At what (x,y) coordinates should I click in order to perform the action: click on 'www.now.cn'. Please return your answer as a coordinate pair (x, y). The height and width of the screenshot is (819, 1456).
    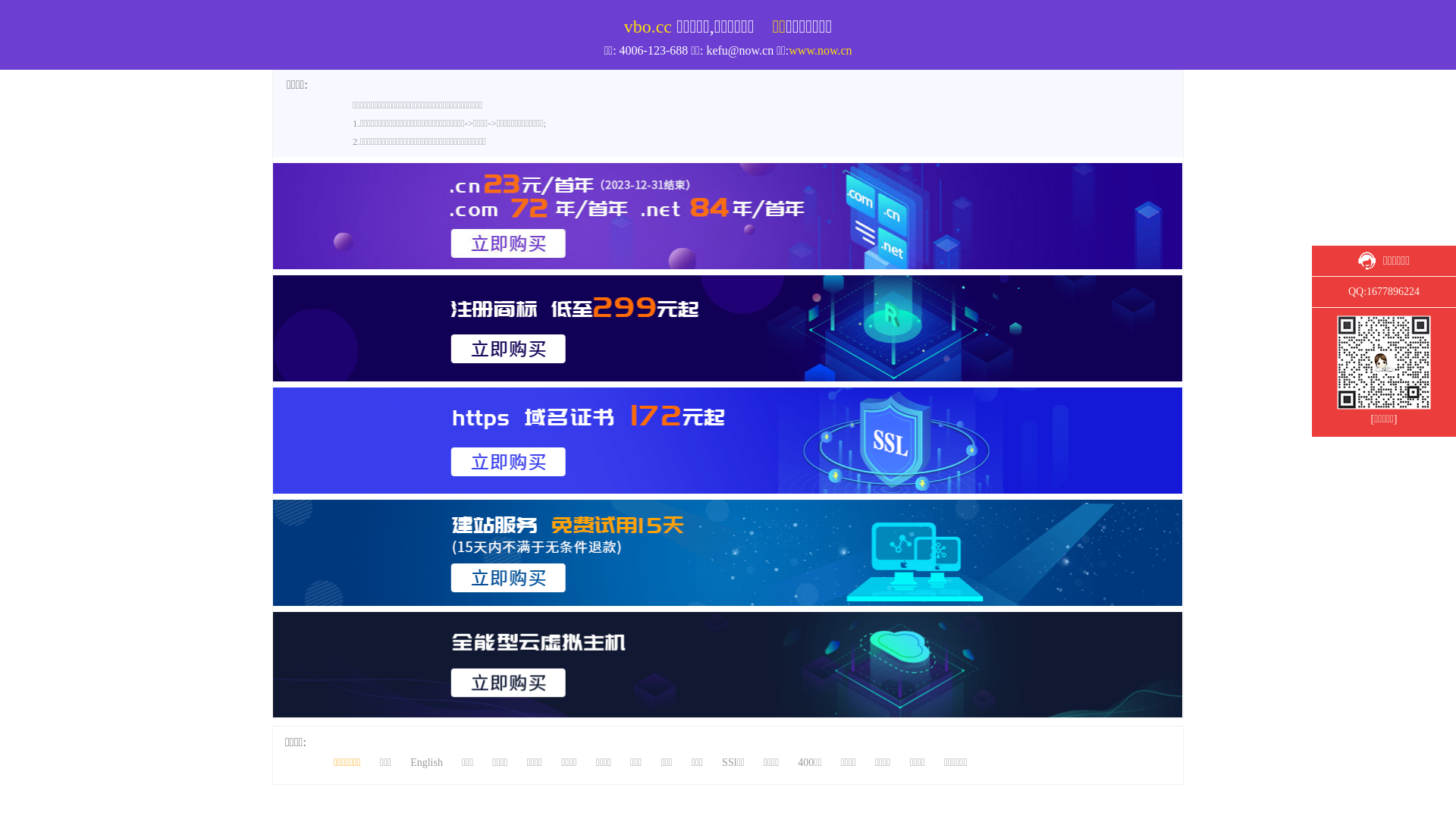
    Looking at the image, I should click on (819, 49).